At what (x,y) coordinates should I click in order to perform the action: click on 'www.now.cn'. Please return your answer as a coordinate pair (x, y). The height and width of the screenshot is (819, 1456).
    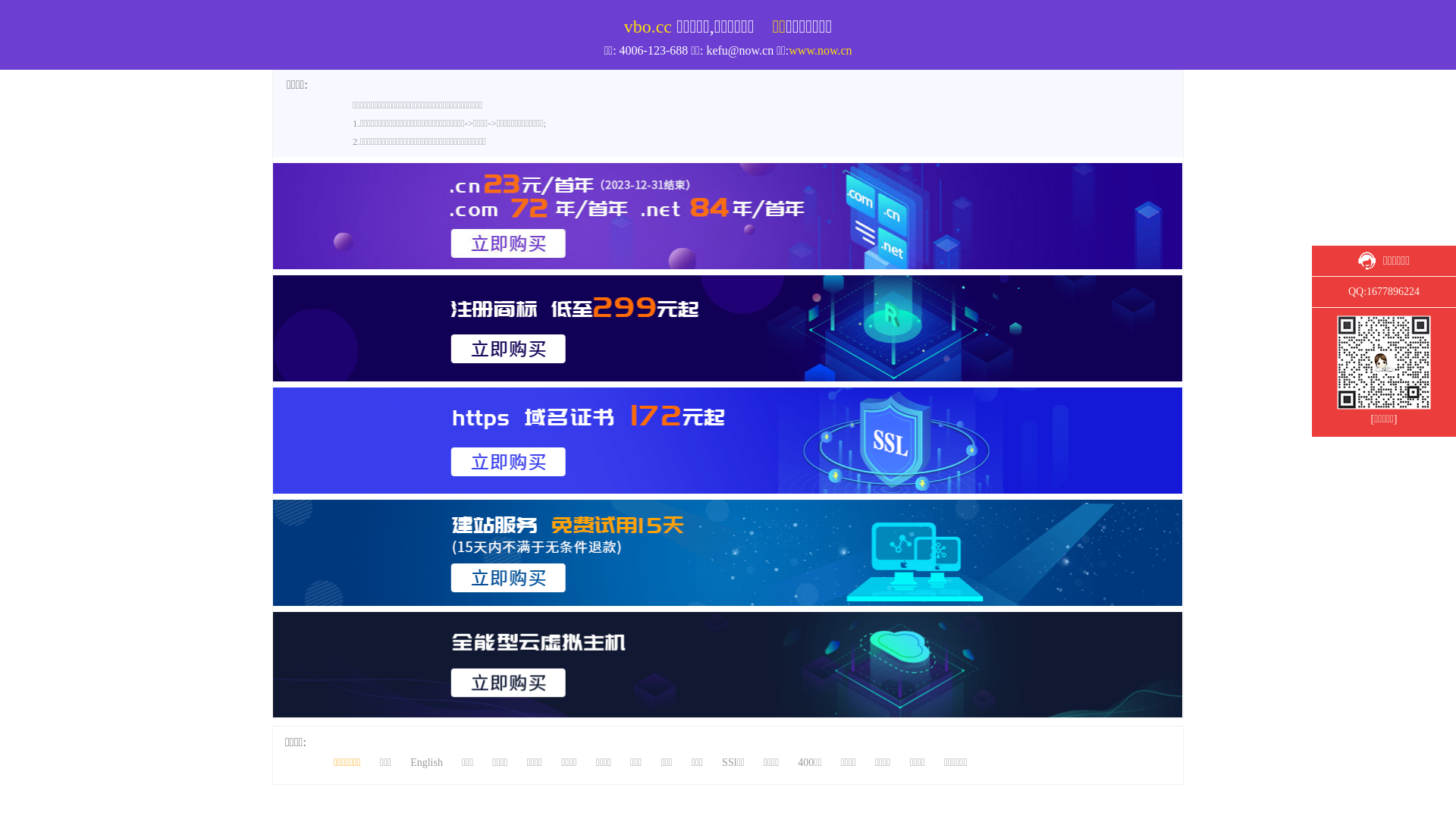
    Looking at the image, I should click on (819, 49).